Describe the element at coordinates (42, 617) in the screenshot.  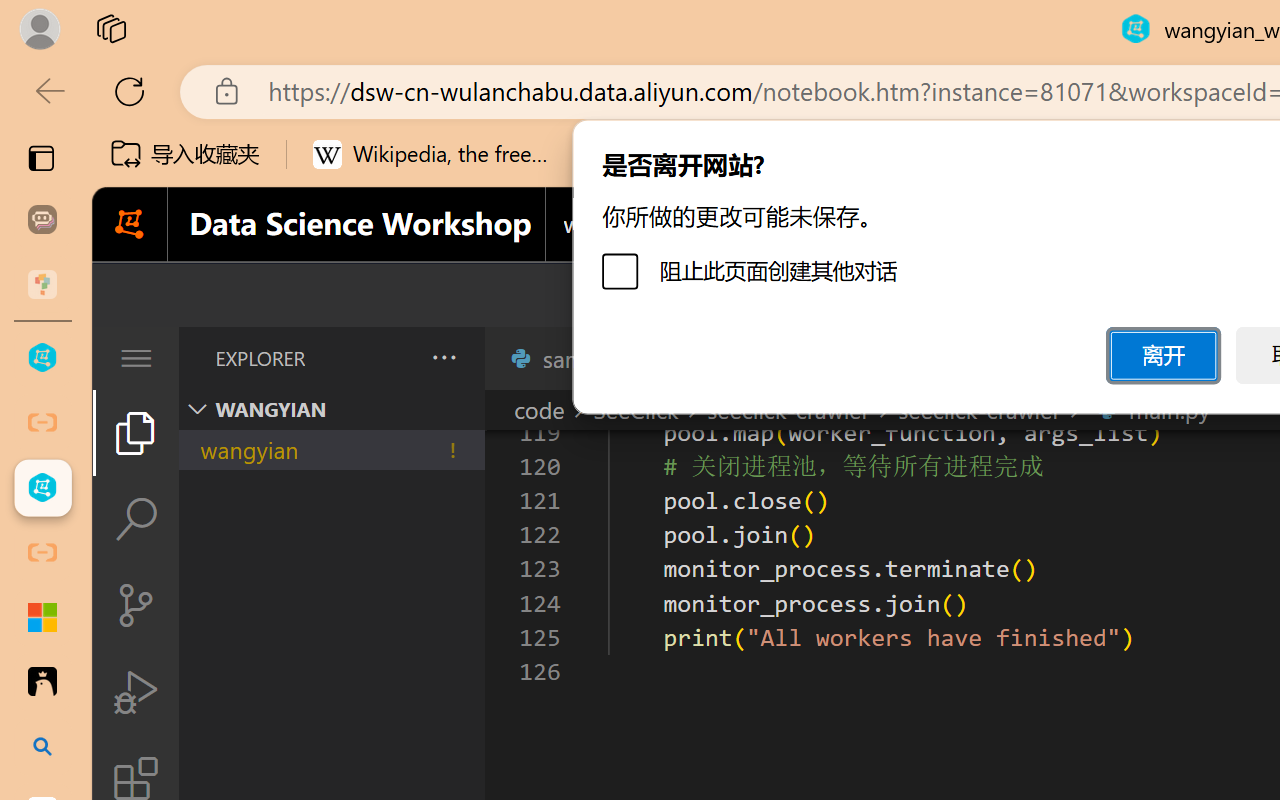
I see `'Adjust indents and spacing - Microsoft Support'` at that location.